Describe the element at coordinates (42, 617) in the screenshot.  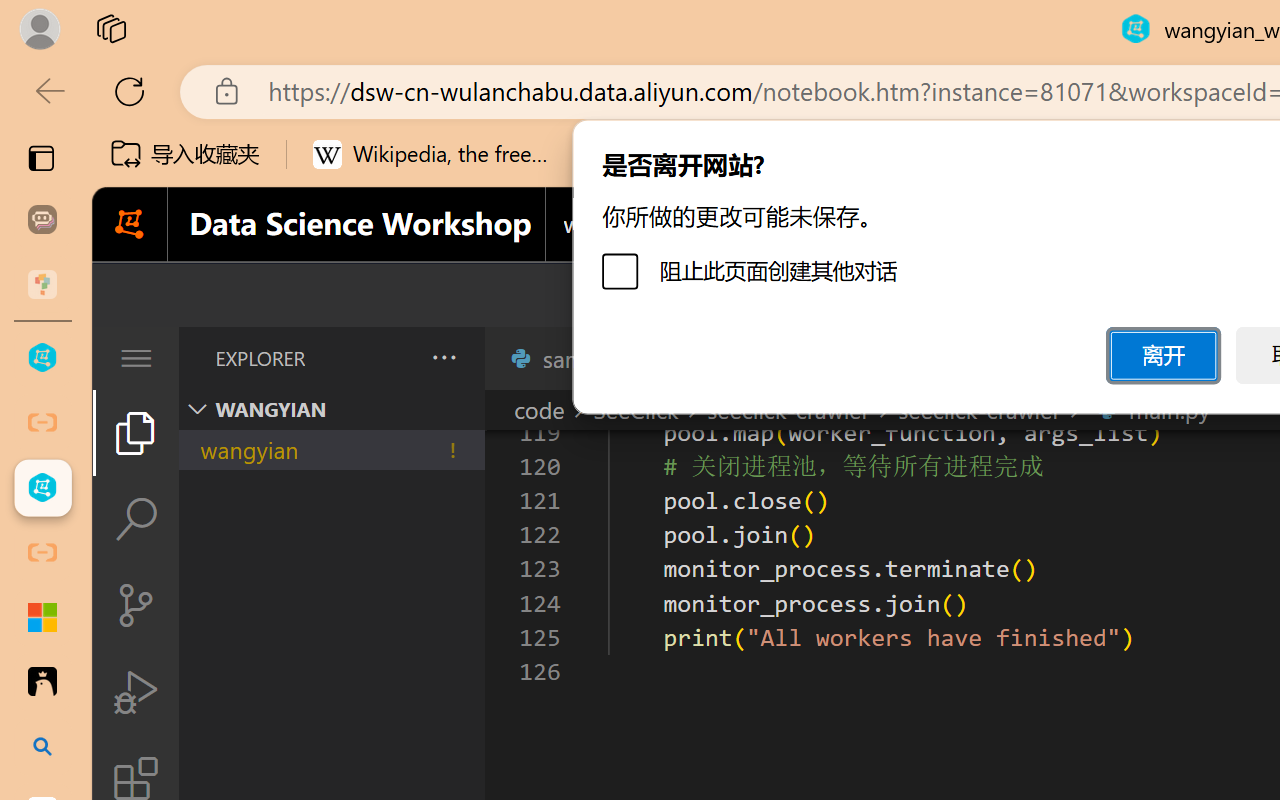
I see `'Adjust indents and spacing - Microsoft Support'` at that location.